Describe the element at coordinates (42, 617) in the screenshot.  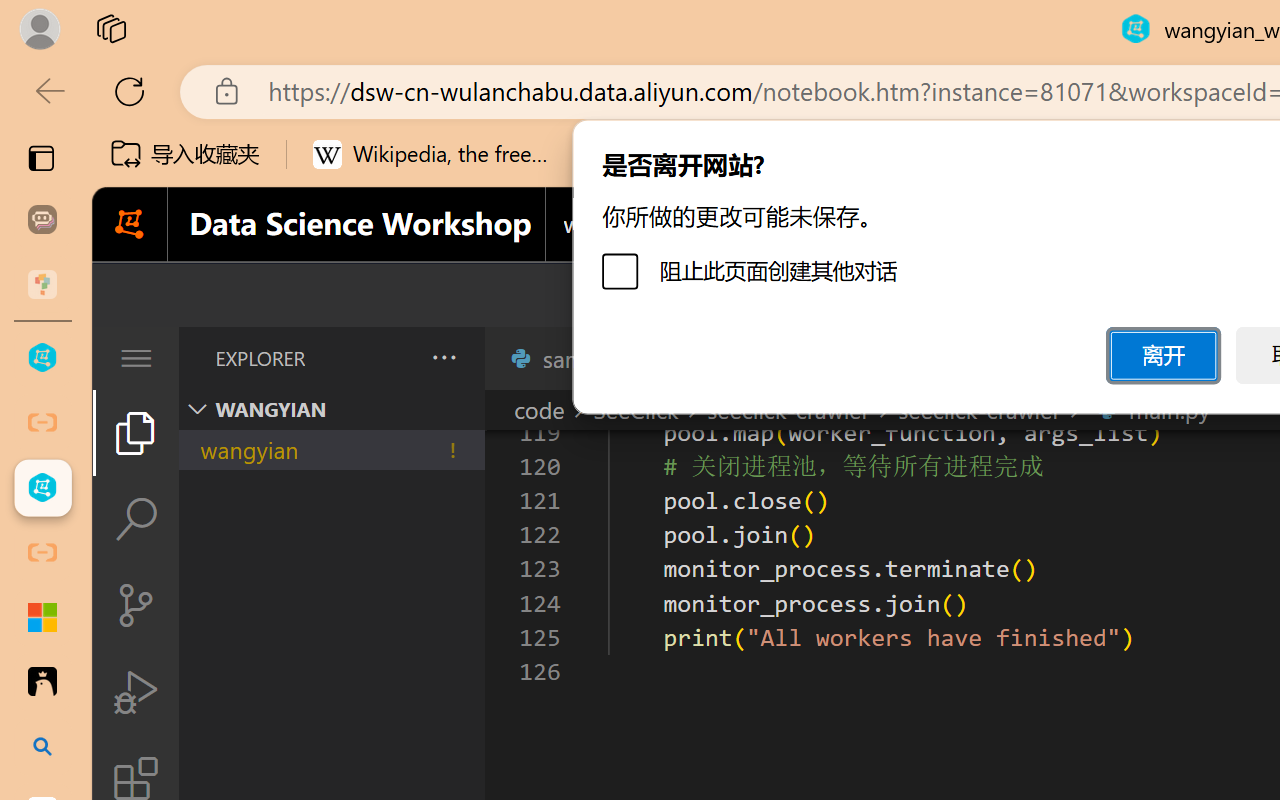
I see `'Adjust indents and spacing - Microsoft Support'` at that location.